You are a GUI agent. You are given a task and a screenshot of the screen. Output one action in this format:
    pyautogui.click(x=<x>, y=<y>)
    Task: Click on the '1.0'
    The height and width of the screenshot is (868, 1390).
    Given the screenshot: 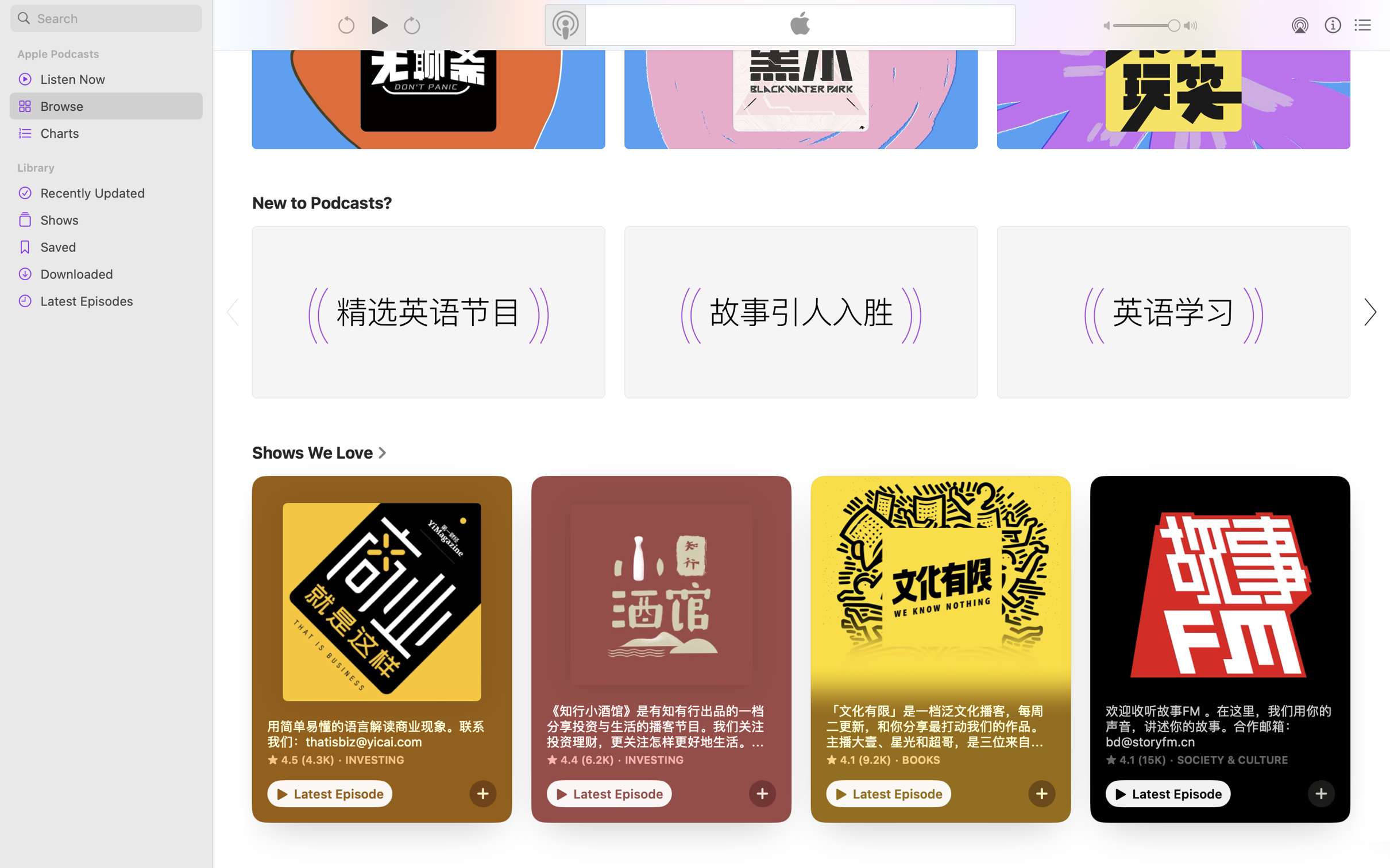 What is the action you would take?
    pyautogui.click(x=1146, y=25)
    